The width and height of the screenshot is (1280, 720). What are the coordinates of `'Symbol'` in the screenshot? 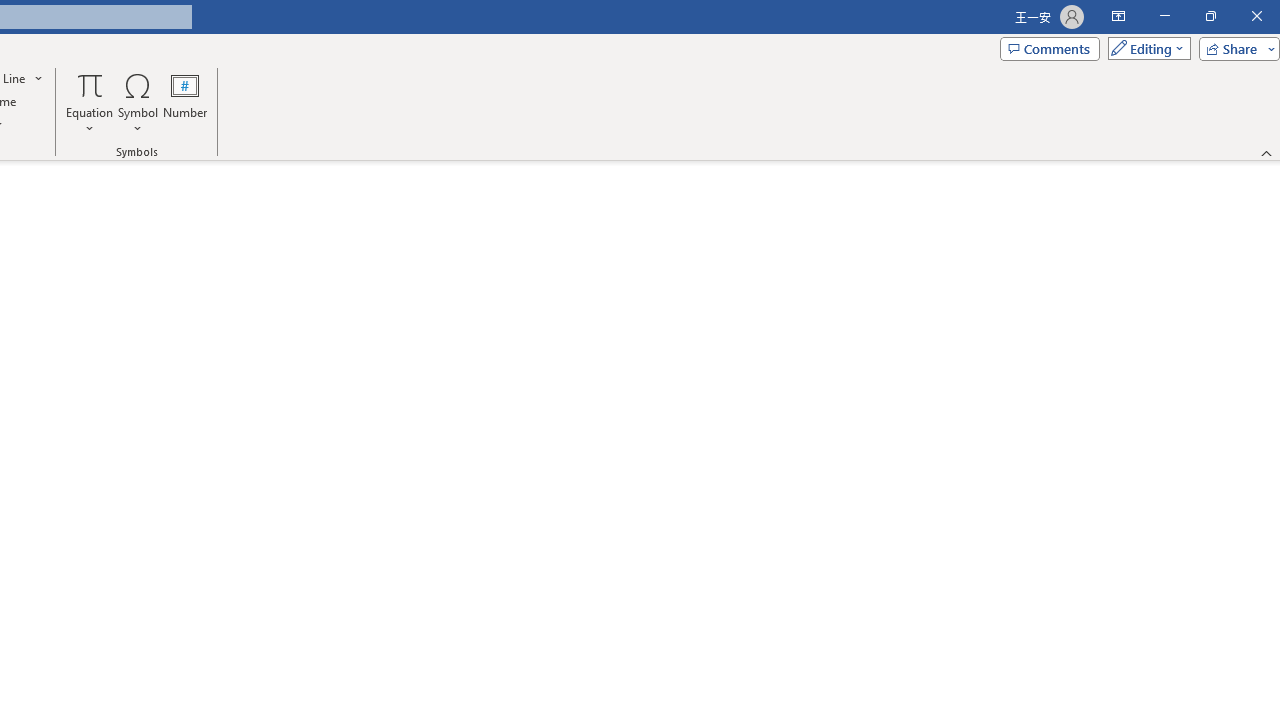 It's located at (137, 103).